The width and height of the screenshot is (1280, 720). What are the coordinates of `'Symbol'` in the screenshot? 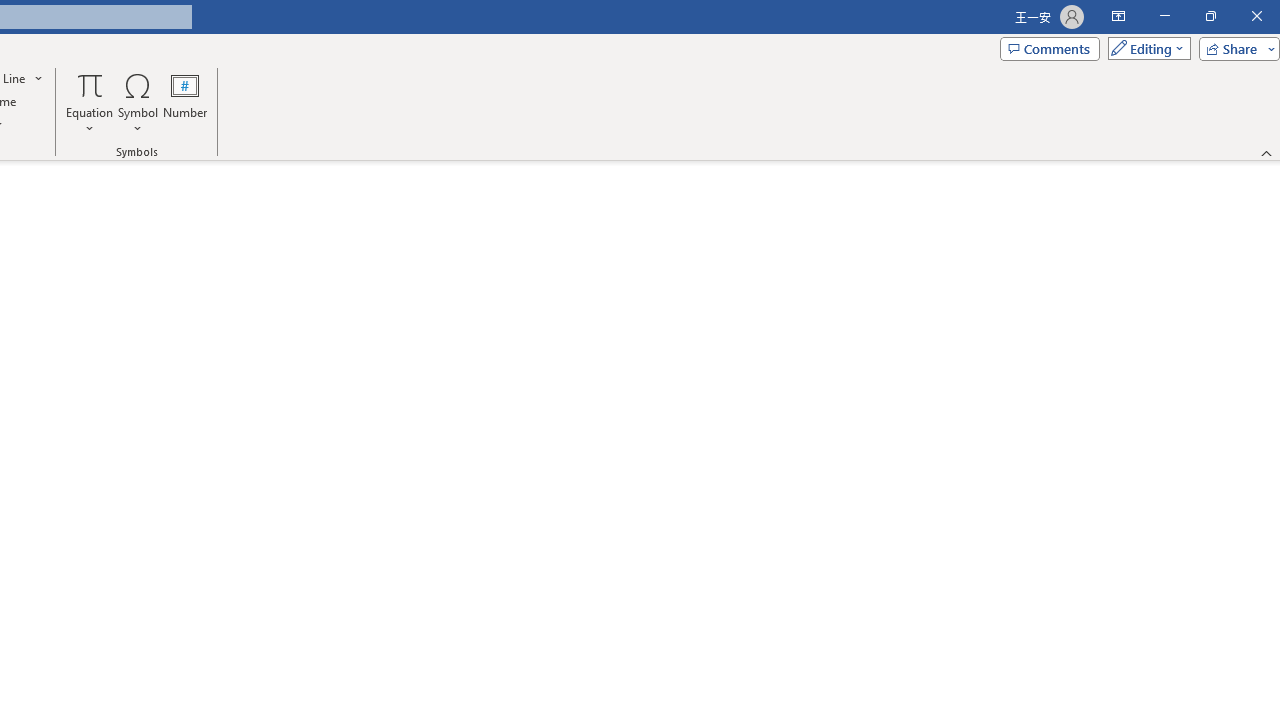 It's located at (137, 103).